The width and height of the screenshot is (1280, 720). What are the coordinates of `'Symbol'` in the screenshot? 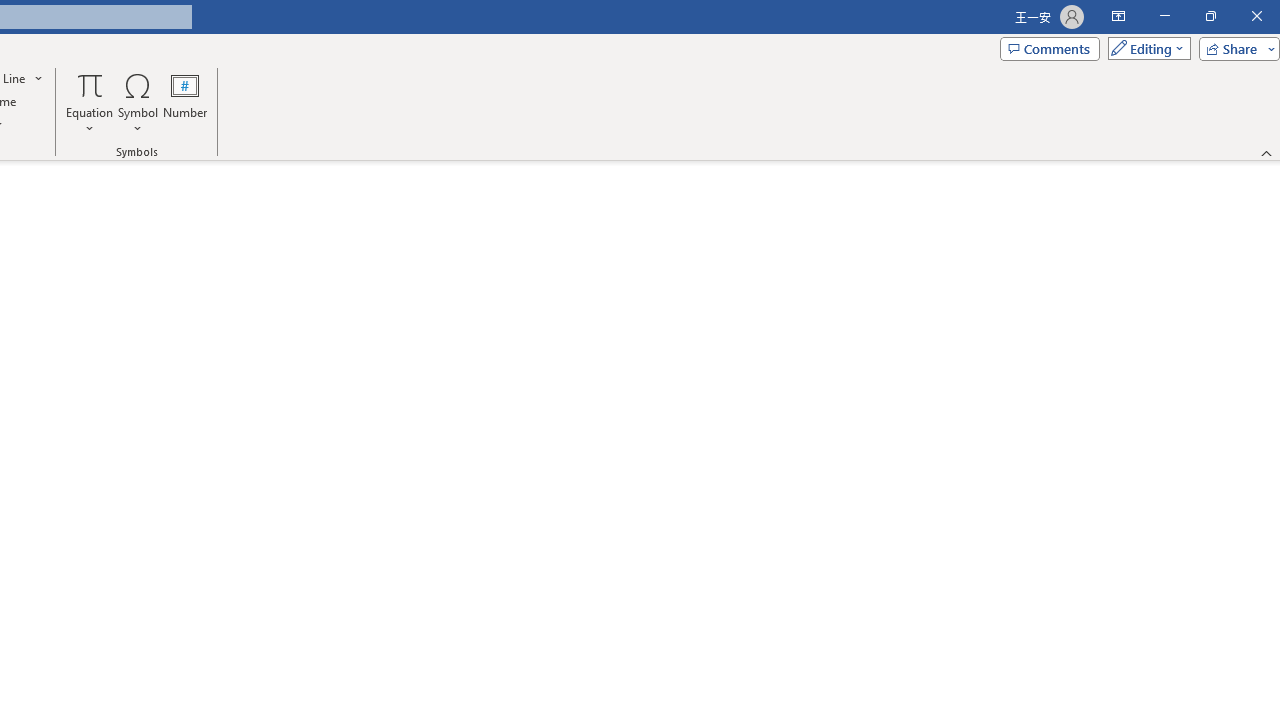 It's located at (137, 103).